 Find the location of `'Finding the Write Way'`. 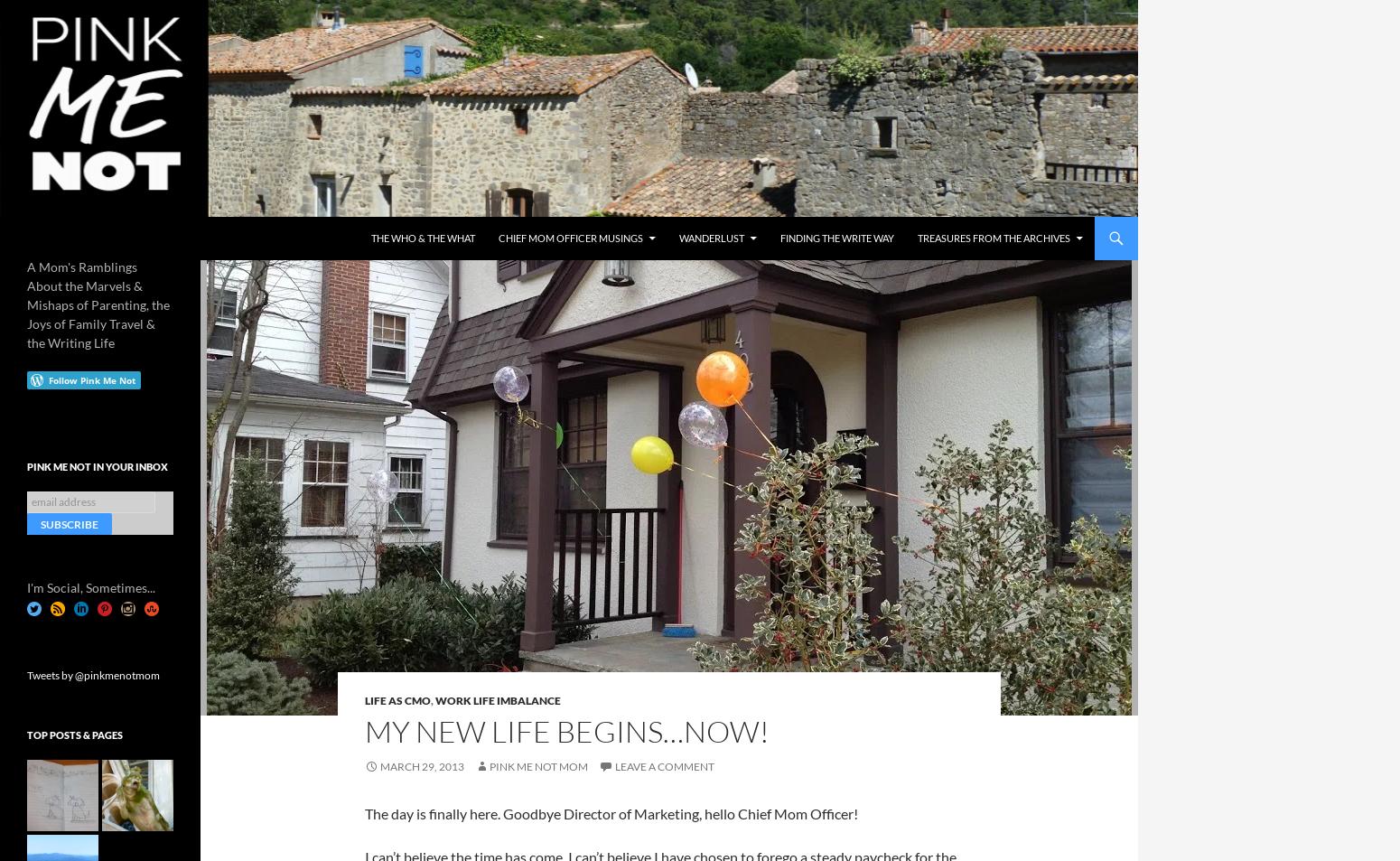

'Finding the Write Way' is located at coordinates (837, 237).